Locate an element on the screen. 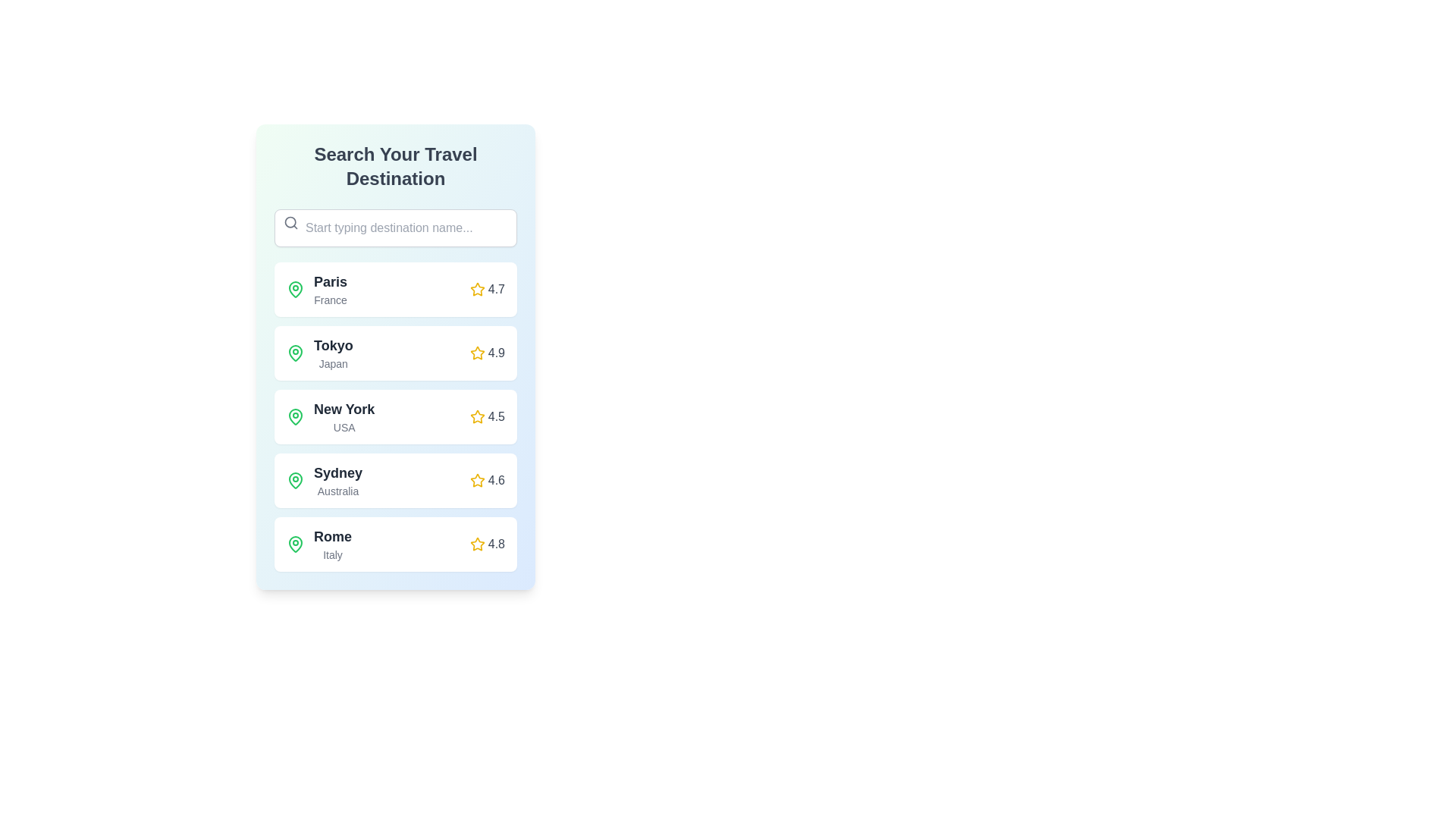 The image size is (1456, 819). the fourth selectable list item representing a travel destination, located between the 'New York' and 'Rome' entries is located at coordinates (396, 480).